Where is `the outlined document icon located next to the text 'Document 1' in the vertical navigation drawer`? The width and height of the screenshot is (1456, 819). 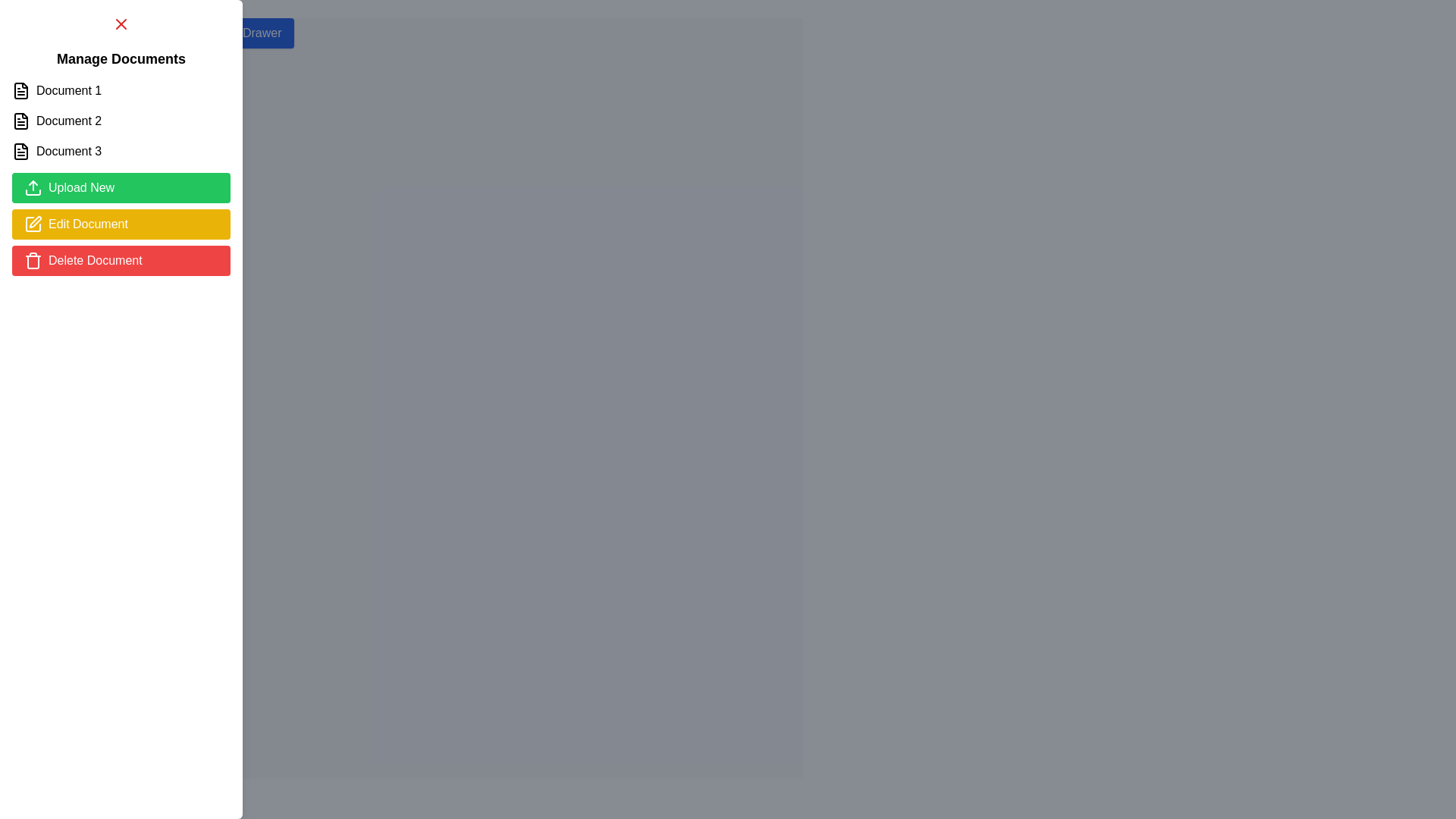 the outlined document icon located next to the text 'Document 1' in the vertical navigation drawer is located at coordinates (21, 90).